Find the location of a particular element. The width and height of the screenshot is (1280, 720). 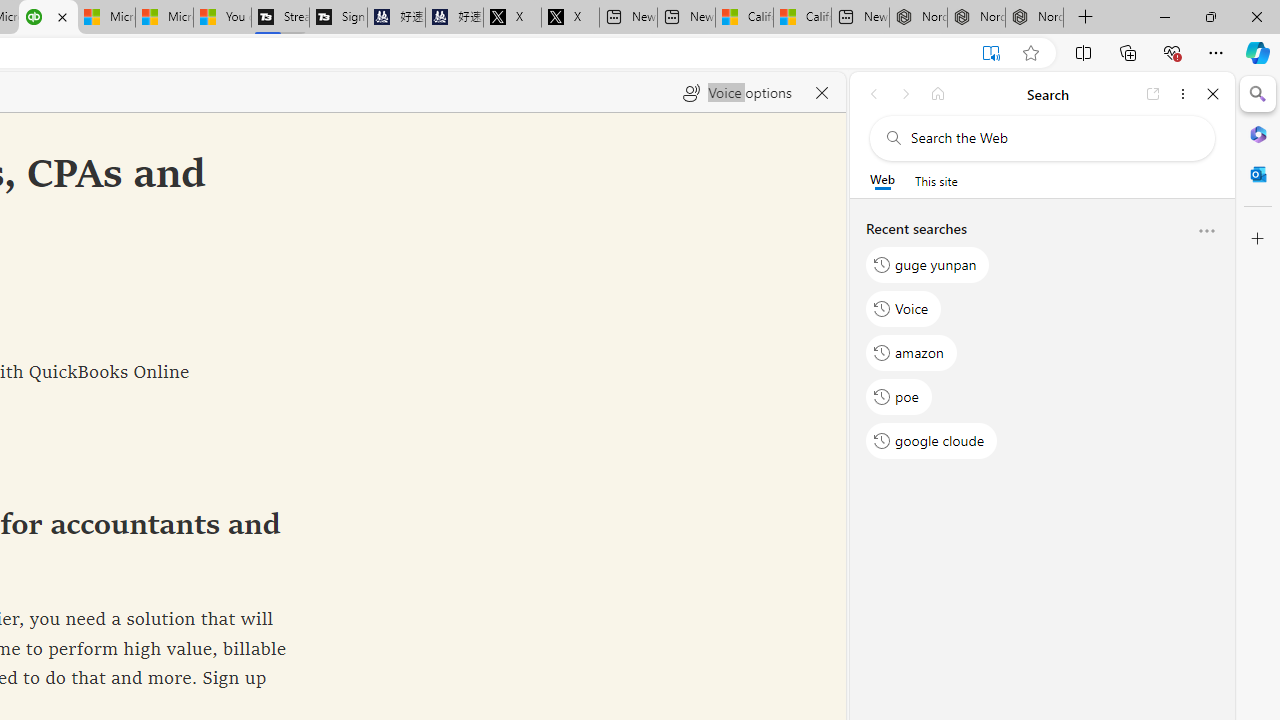

'Customize' is located at coordinates (1257, 238).